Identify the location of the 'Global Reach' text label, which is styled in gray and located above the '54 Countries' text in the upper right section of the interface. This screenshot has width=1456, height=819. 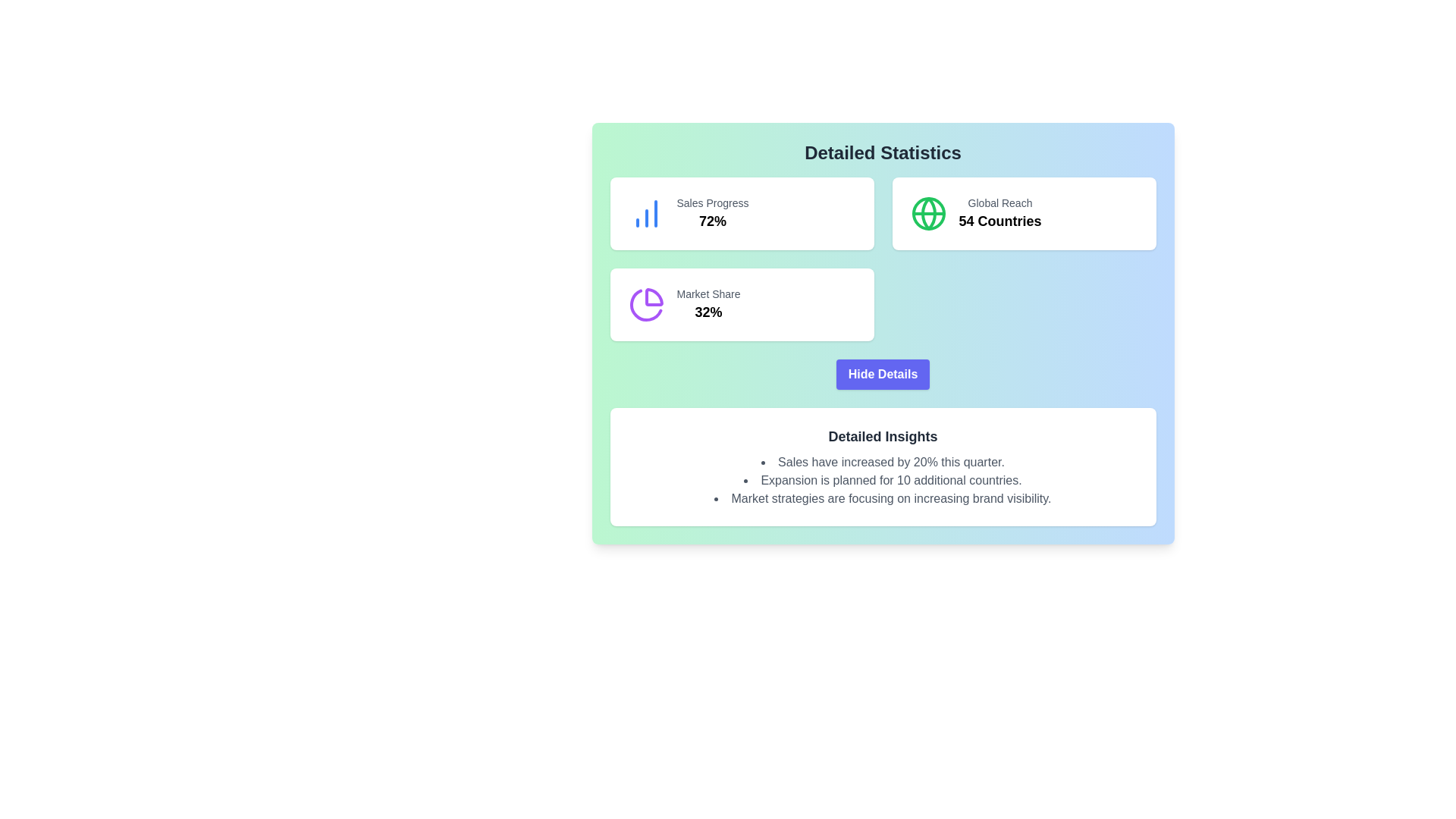
(1000, 202).